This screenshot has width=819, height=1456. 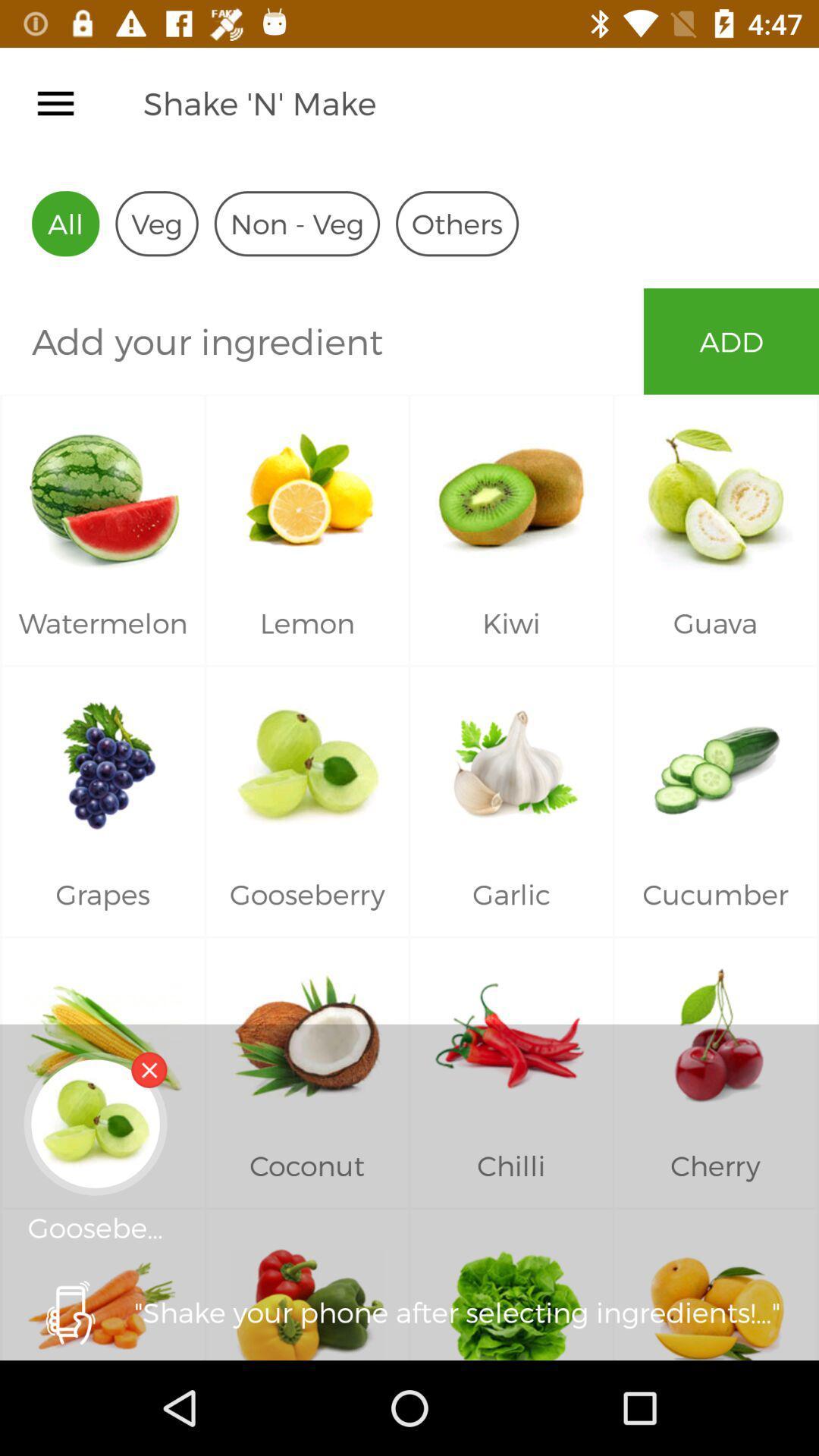 What do you see at coordinates (321, 340) in the screenshot?
I see `icon next to add` at bounding box center [321, 340].